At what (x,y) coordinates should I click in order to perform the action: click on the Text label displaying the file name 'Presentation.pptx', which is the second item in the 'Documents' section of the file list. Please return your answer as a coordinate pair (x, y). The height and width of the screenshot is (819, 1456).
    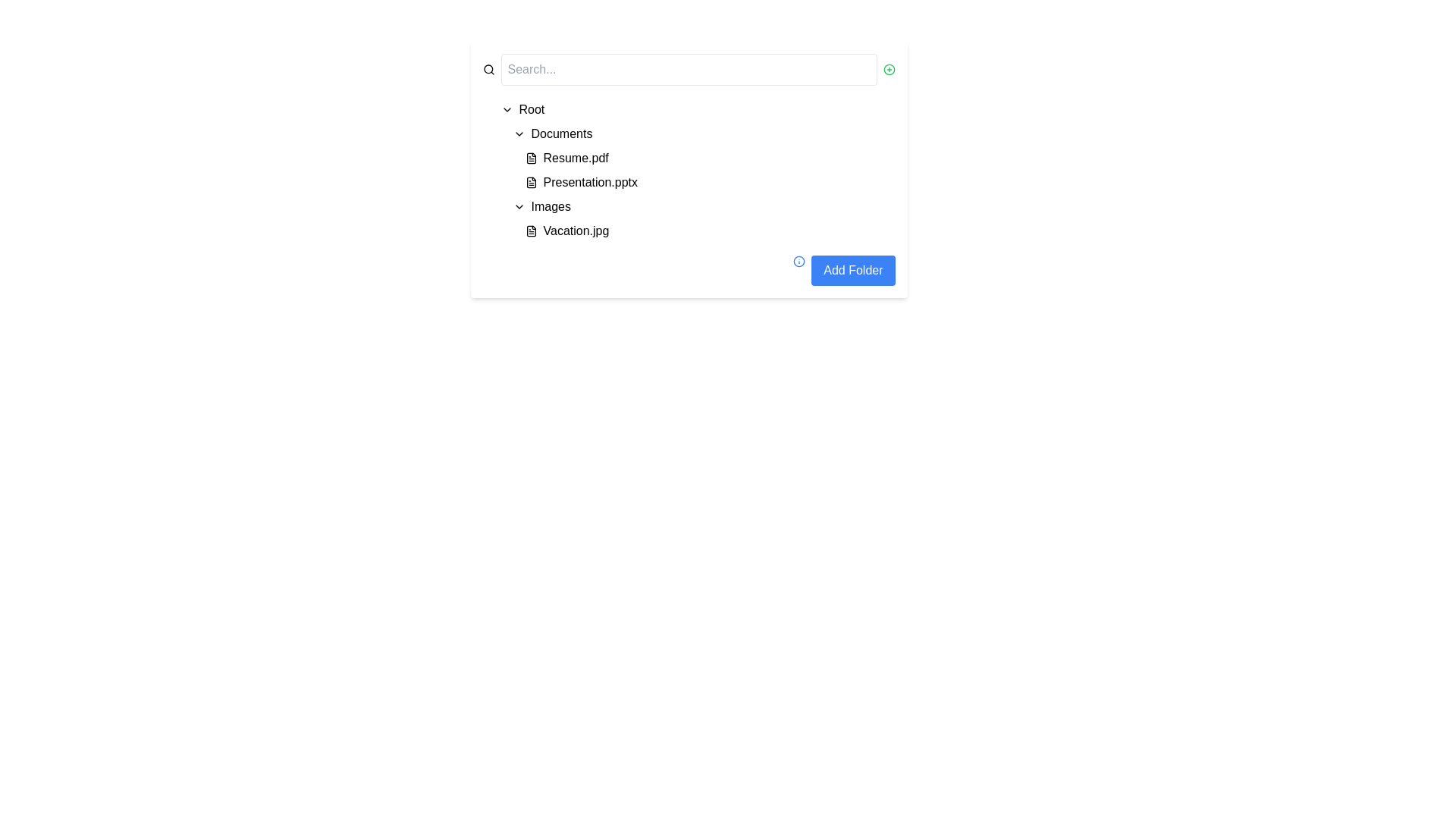
    Looking at the image, I should click on (589, 181).